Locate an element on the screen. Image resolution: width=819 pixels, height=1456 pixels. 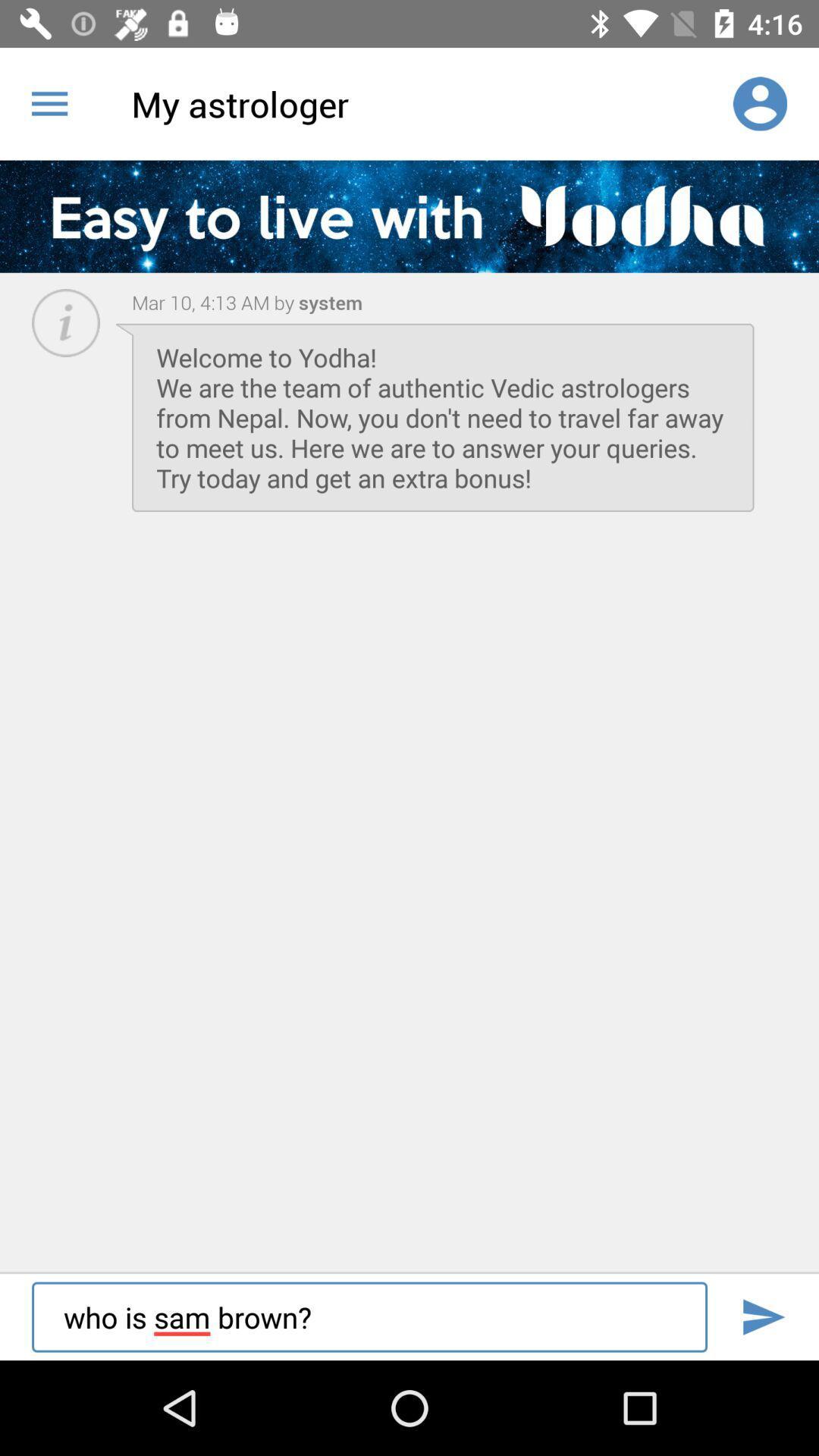
icon to the left of system icon is located at coordinates (213, 302).